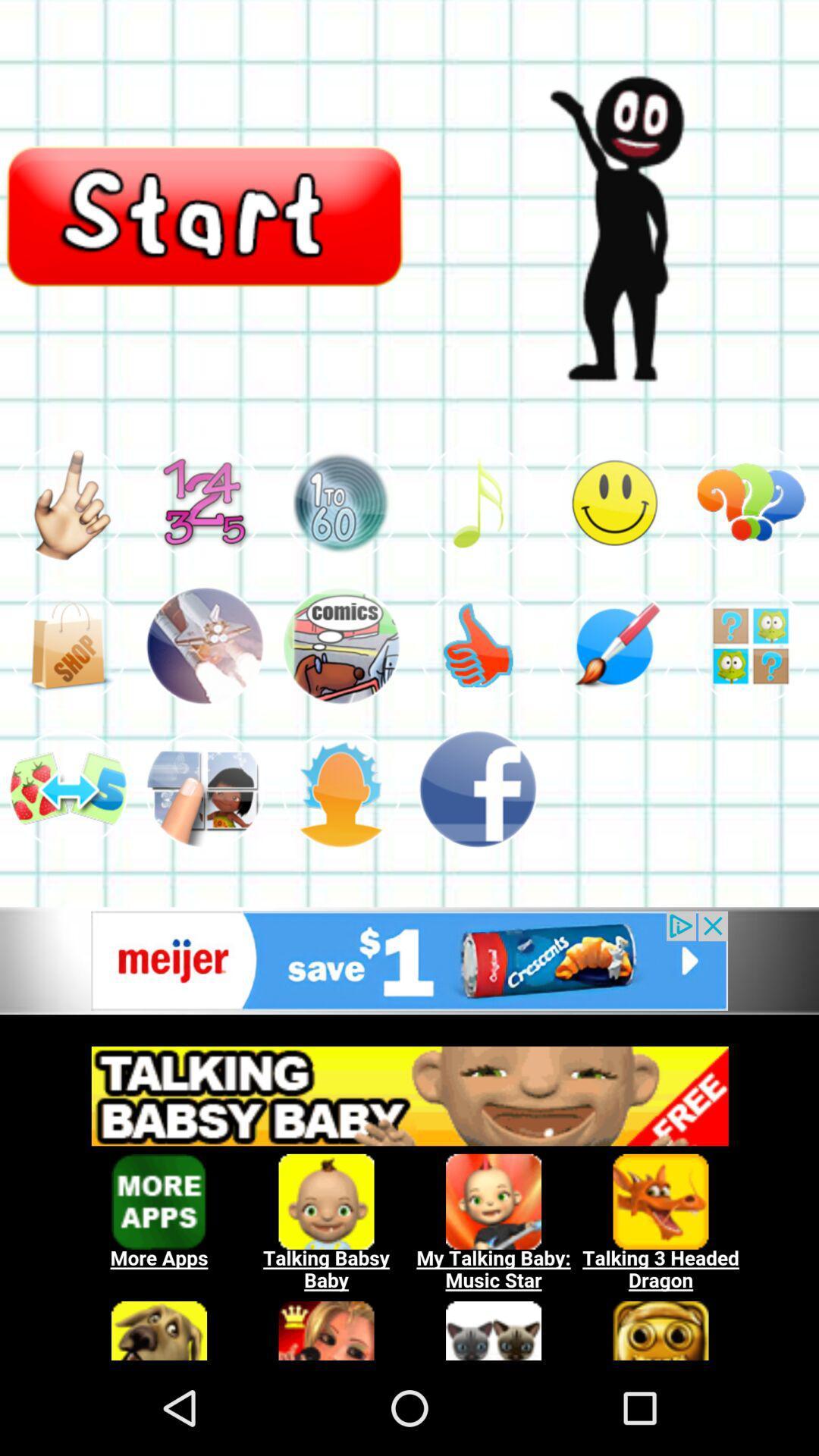  Describe the element at coordinates (476, 502) in the screenshot. I see `it` at that location.